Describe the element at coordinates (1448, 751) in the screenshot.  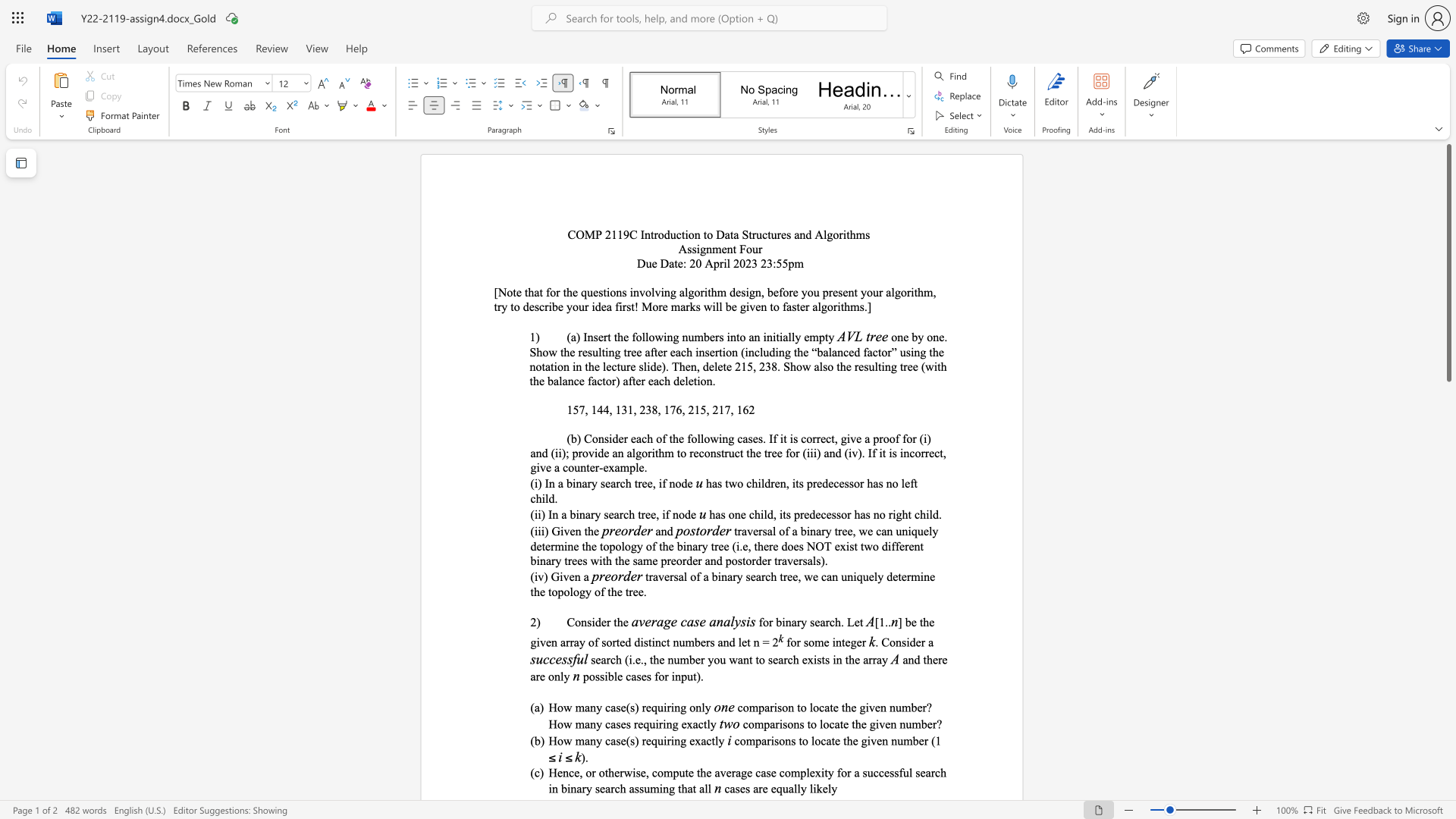
I see `the scrollbar on the right to move the page downward` at that location.